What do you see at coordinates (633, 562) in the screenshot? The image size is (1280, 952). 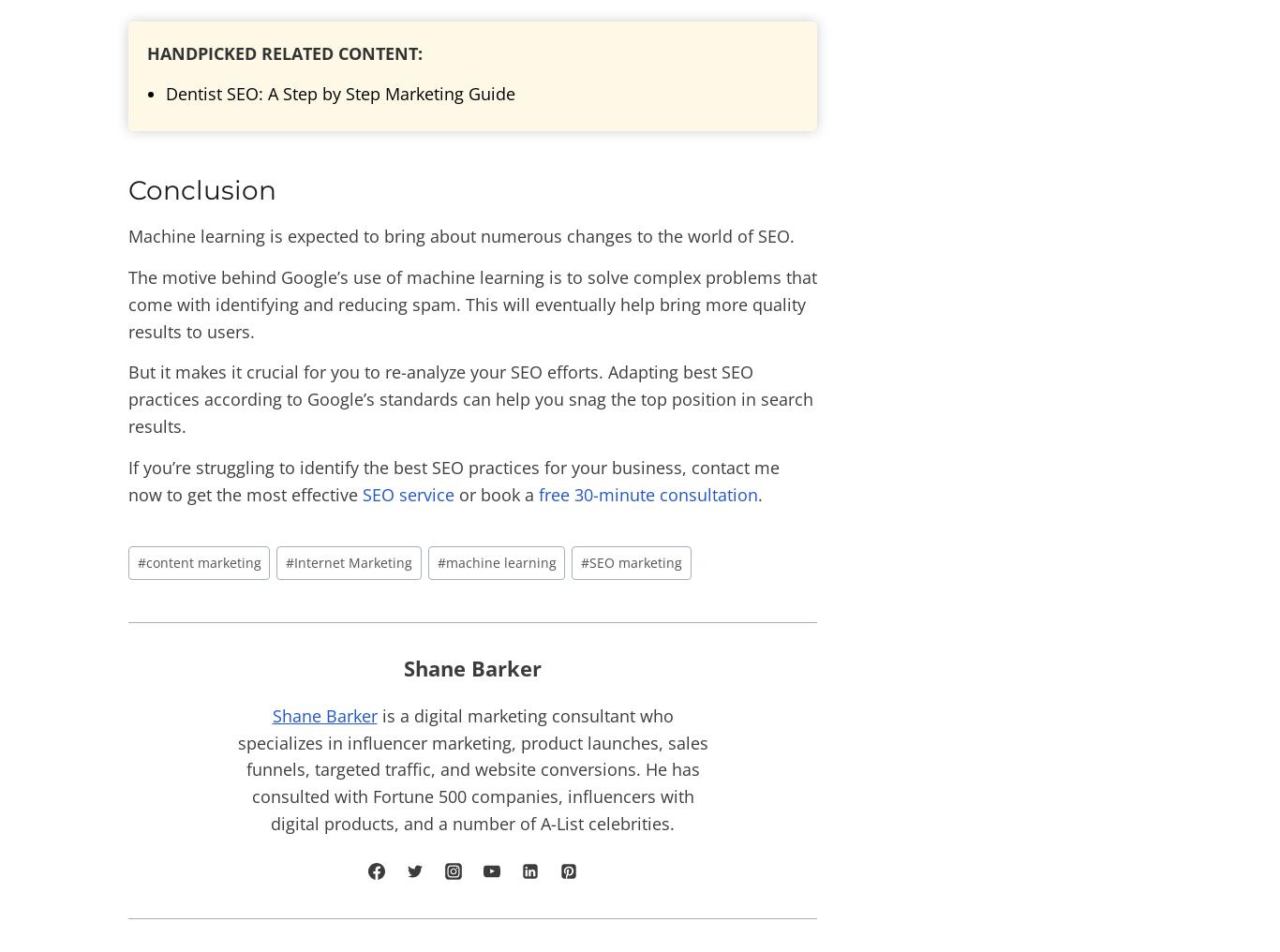 I see `'SEO marketing'` at bounding box center [633, 562].